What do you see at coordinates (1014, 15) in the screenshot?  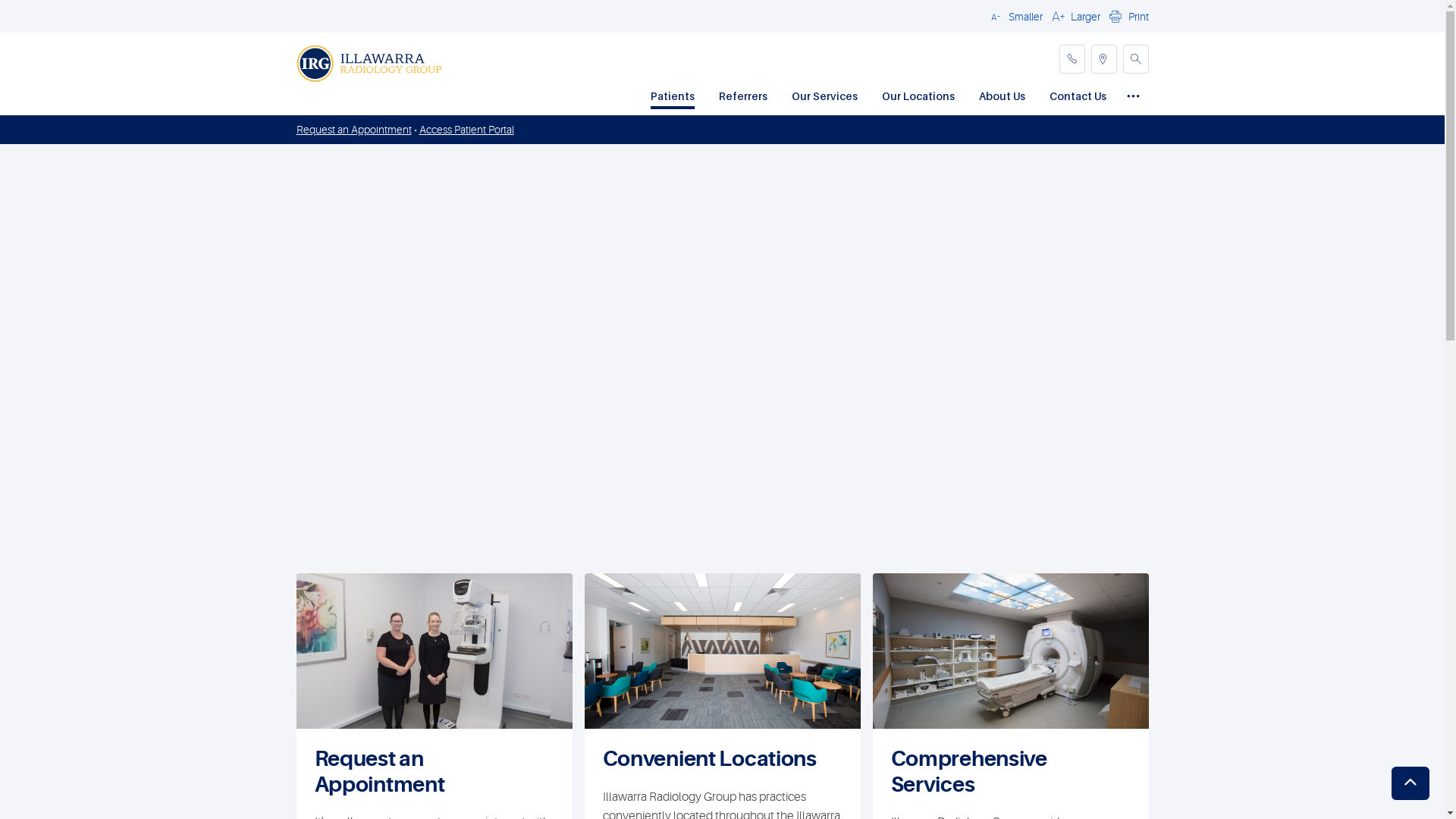 I see `'Smaller'` at bounding box center [1014, 15].